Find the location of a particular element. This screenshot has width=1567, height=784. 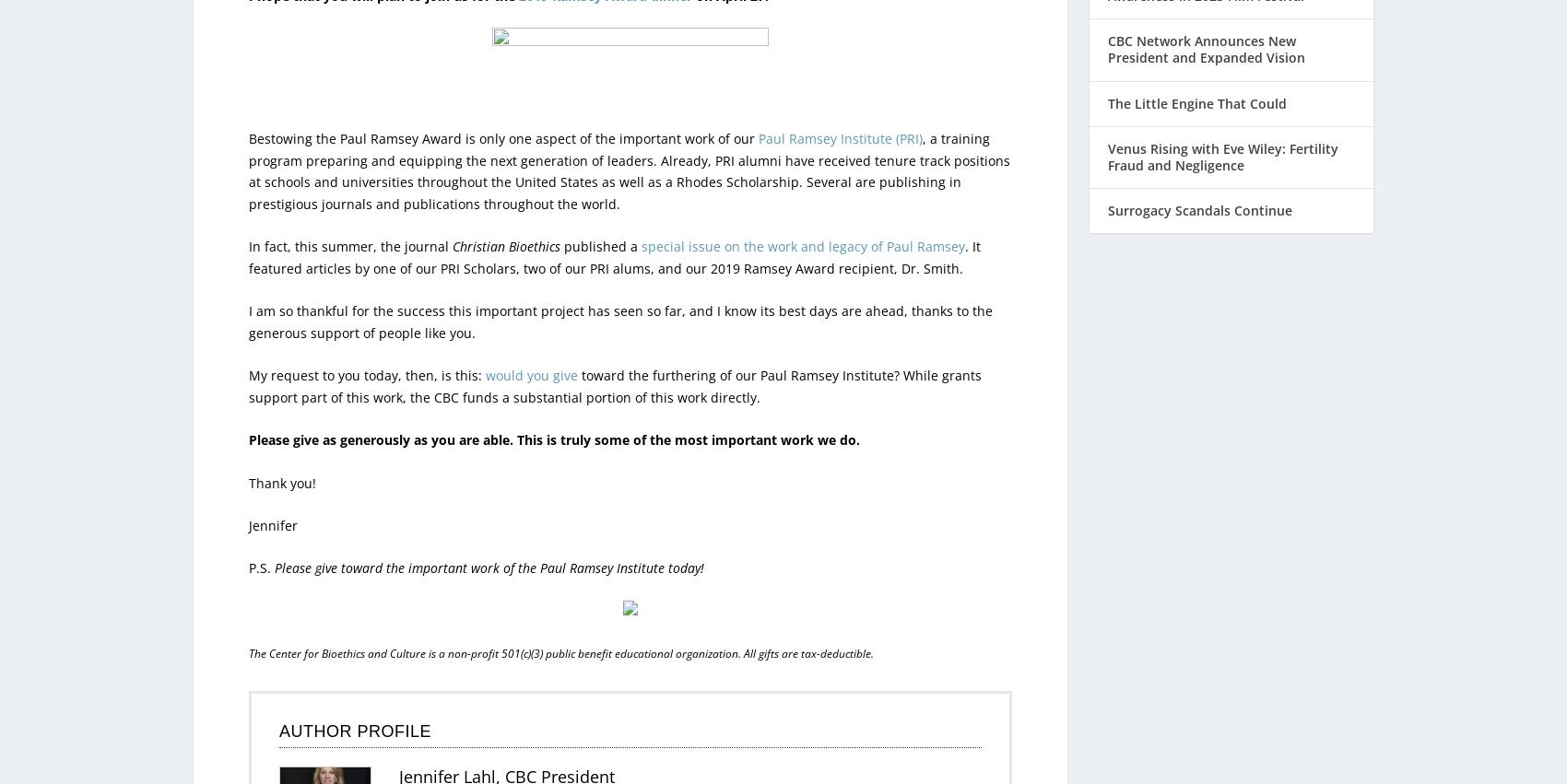

'. It featured articles by one of our PRI Scholars, two of our PRI alums, and our 2019 Ramsey Award recipient, Dr. Smith.' is located at coordinates (615, 217).